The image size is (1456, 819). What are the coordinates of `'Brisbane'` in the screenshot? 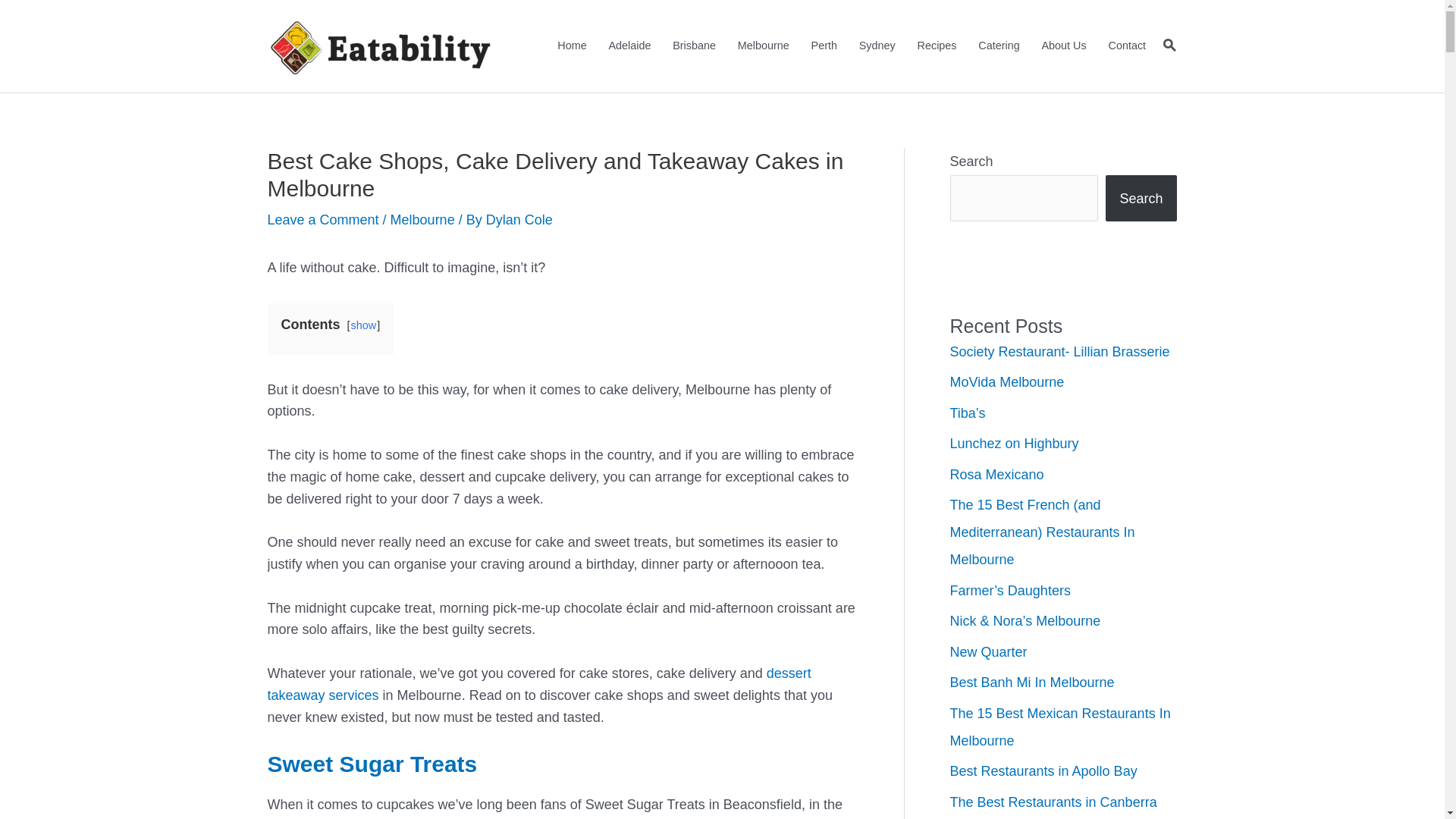 It's located at (662, 45).